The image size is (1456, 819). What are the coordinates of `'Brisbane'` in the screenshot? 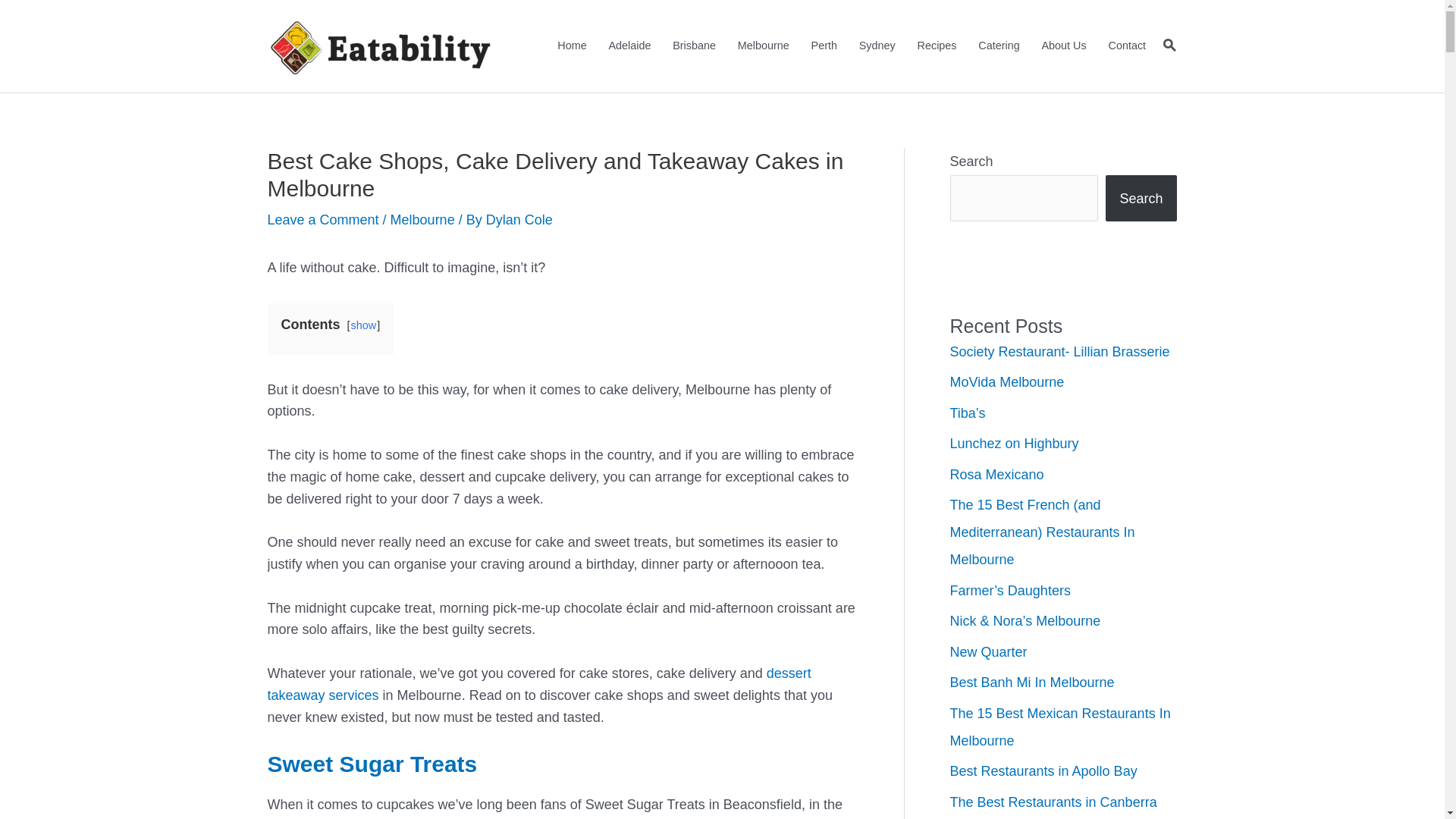 It's located at (662, 45).